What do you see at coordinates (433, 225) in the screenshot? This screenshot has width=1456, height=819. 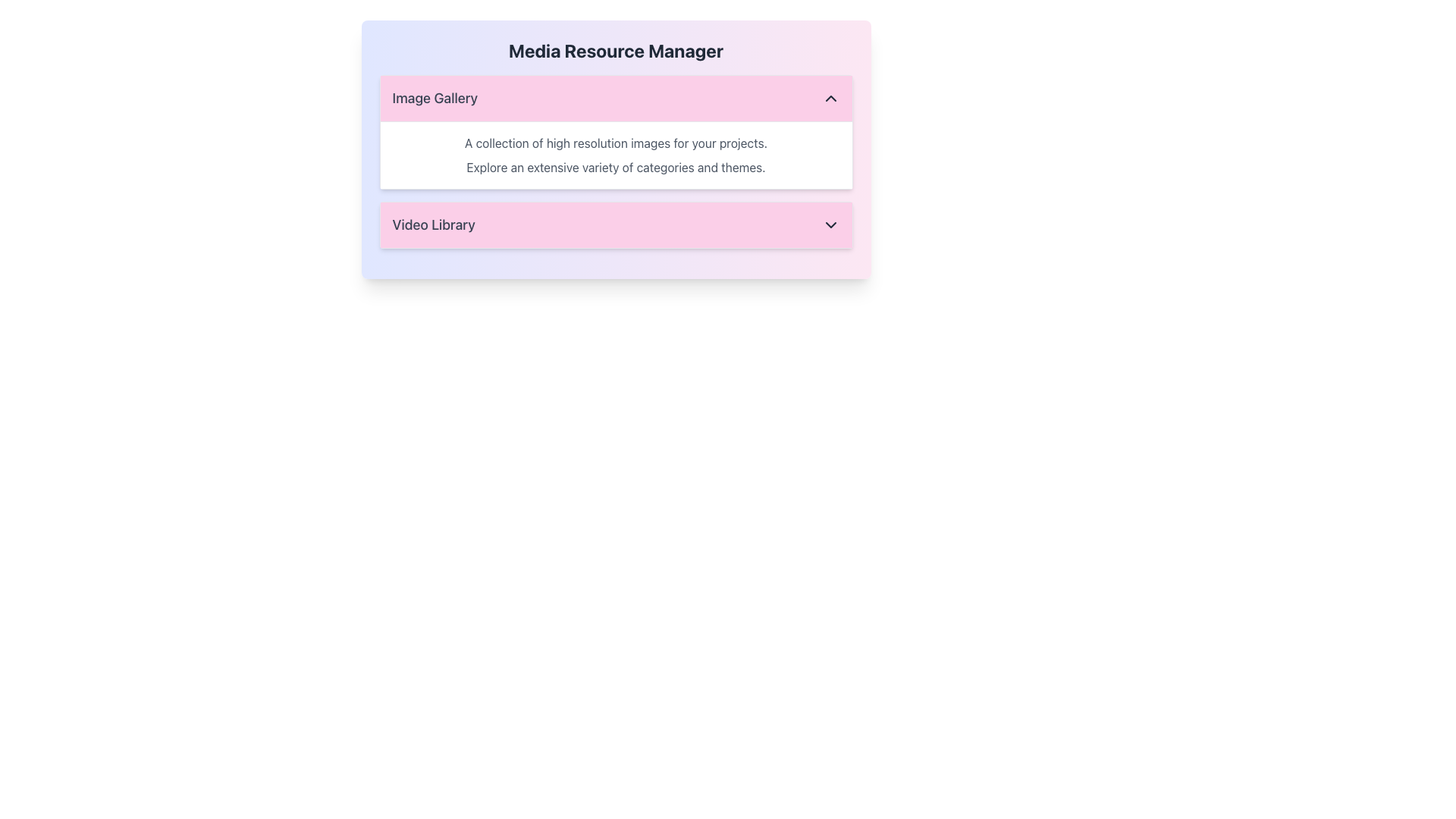 I see `text label that identifies this section as 'Video Library', positioned in the middle section of the interface` at bounding box center [433, 225].